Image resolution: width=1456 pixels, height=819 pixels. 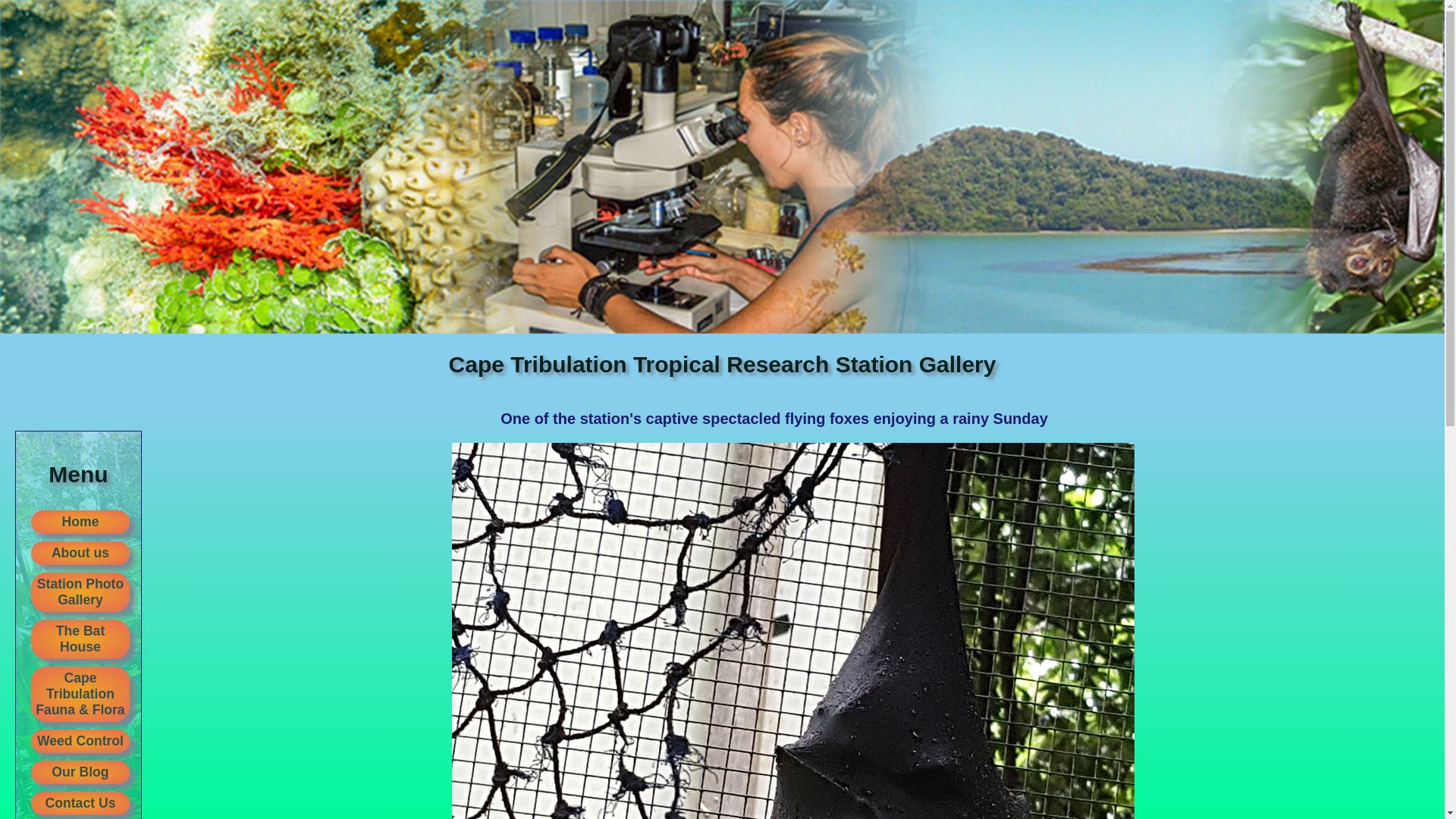 I want to click on 'About us', so click(x=79, y=553).